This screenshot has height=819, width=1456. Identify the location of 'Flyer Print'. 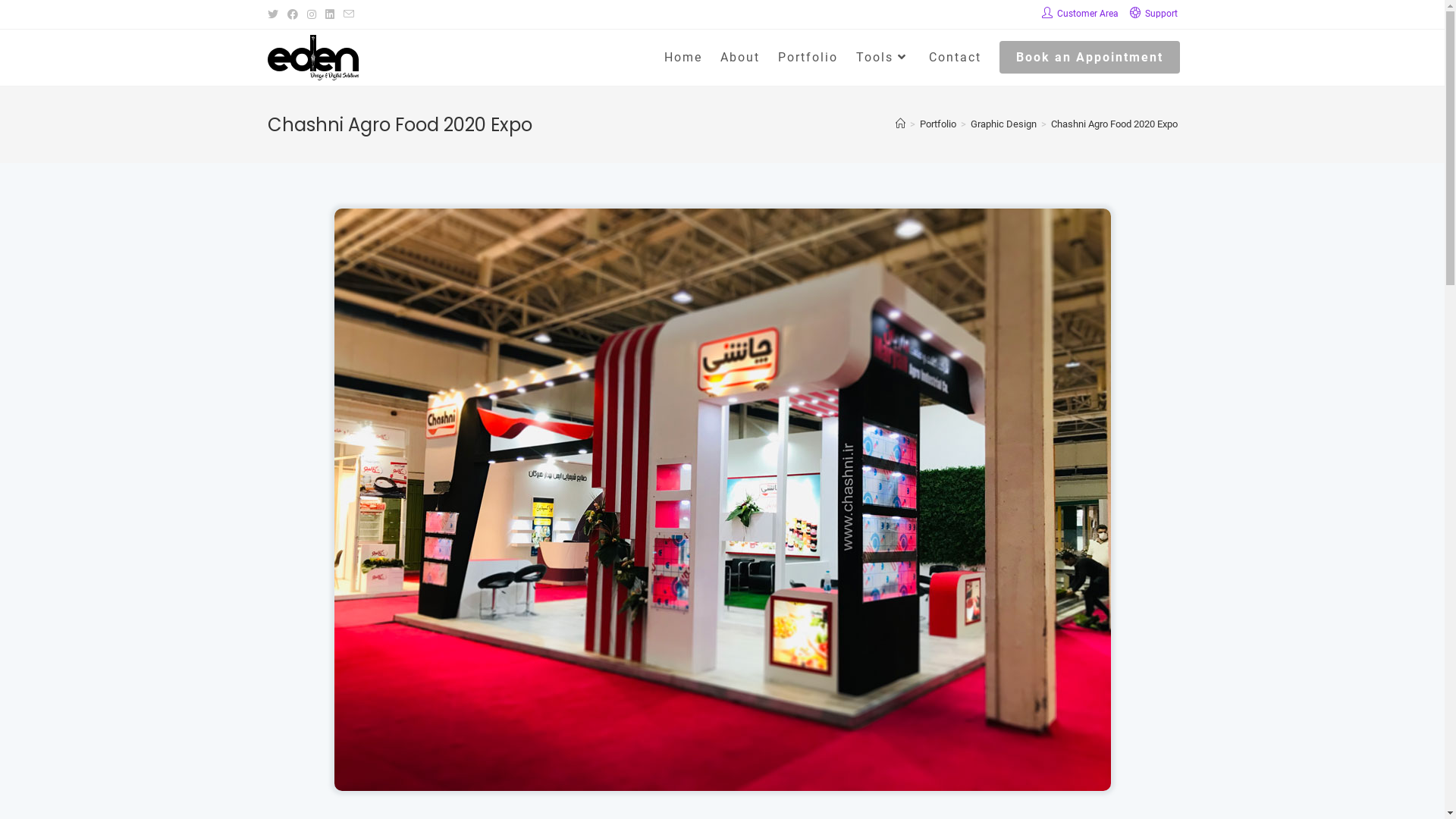
(1062, 516).